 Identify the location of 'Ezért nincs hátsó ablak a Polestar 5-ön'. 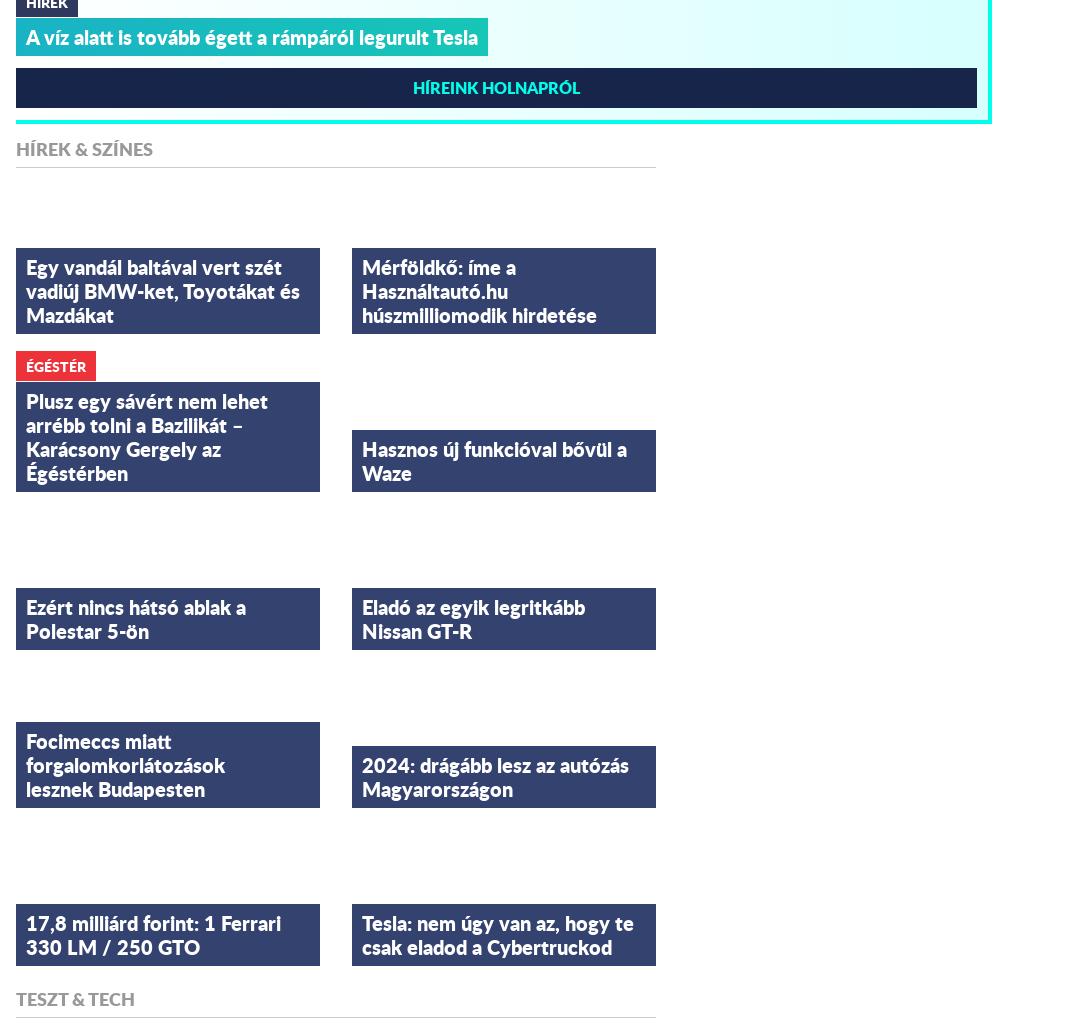
(136, 618).